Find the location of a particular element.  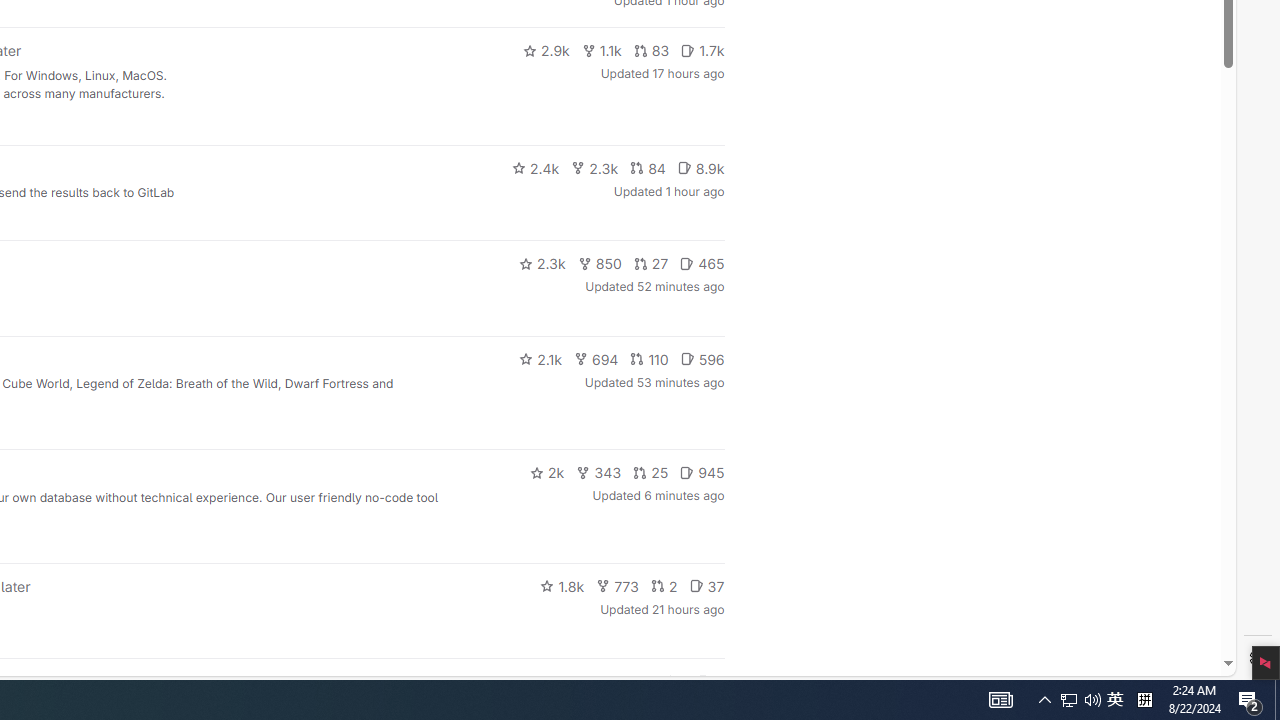

'27' is located at coordinates (651, 262).